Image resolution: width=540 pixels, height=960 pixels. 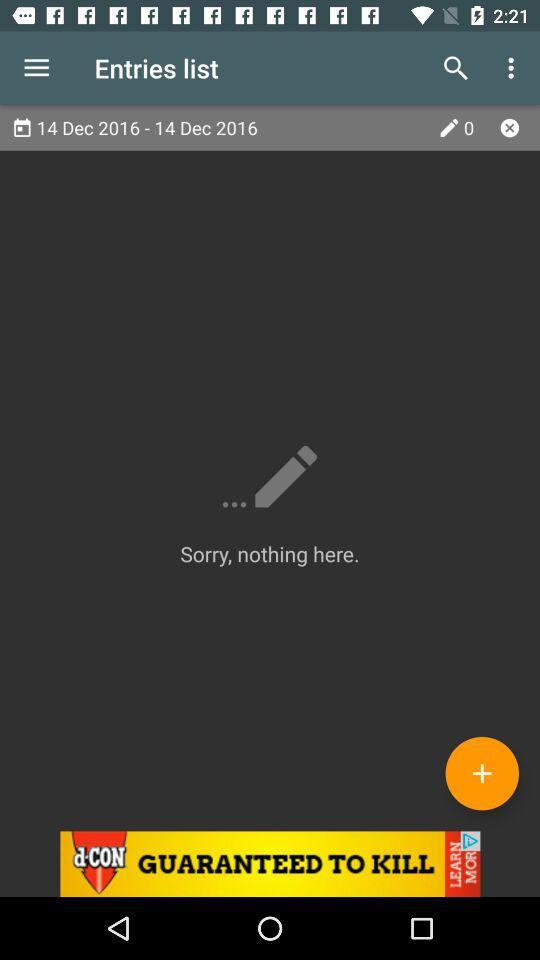 I want to click on x, so click(x=509, y=126).